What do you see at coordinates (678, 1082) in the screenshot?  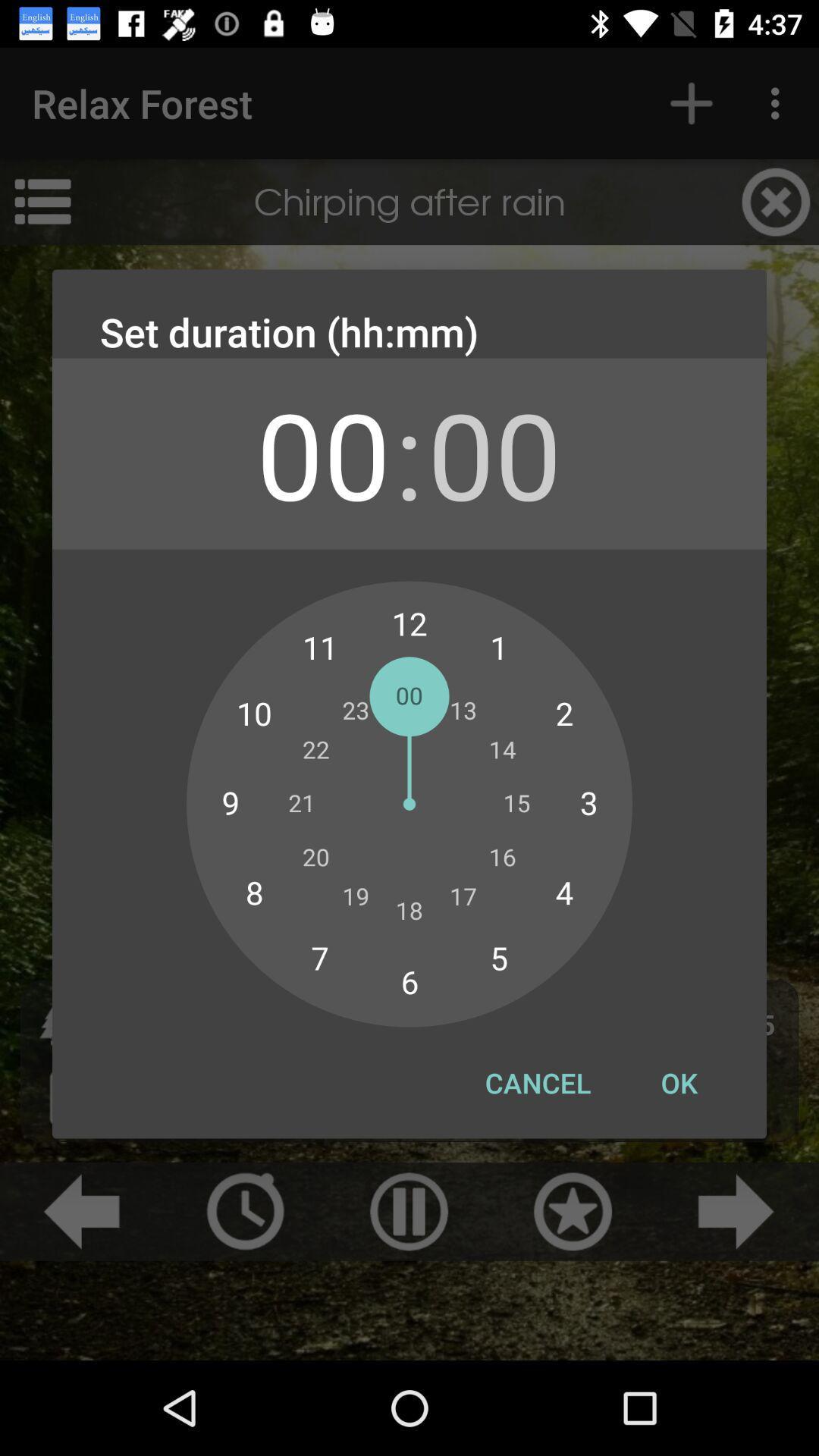 I see `the ok` at bounding box center [678, 1082].